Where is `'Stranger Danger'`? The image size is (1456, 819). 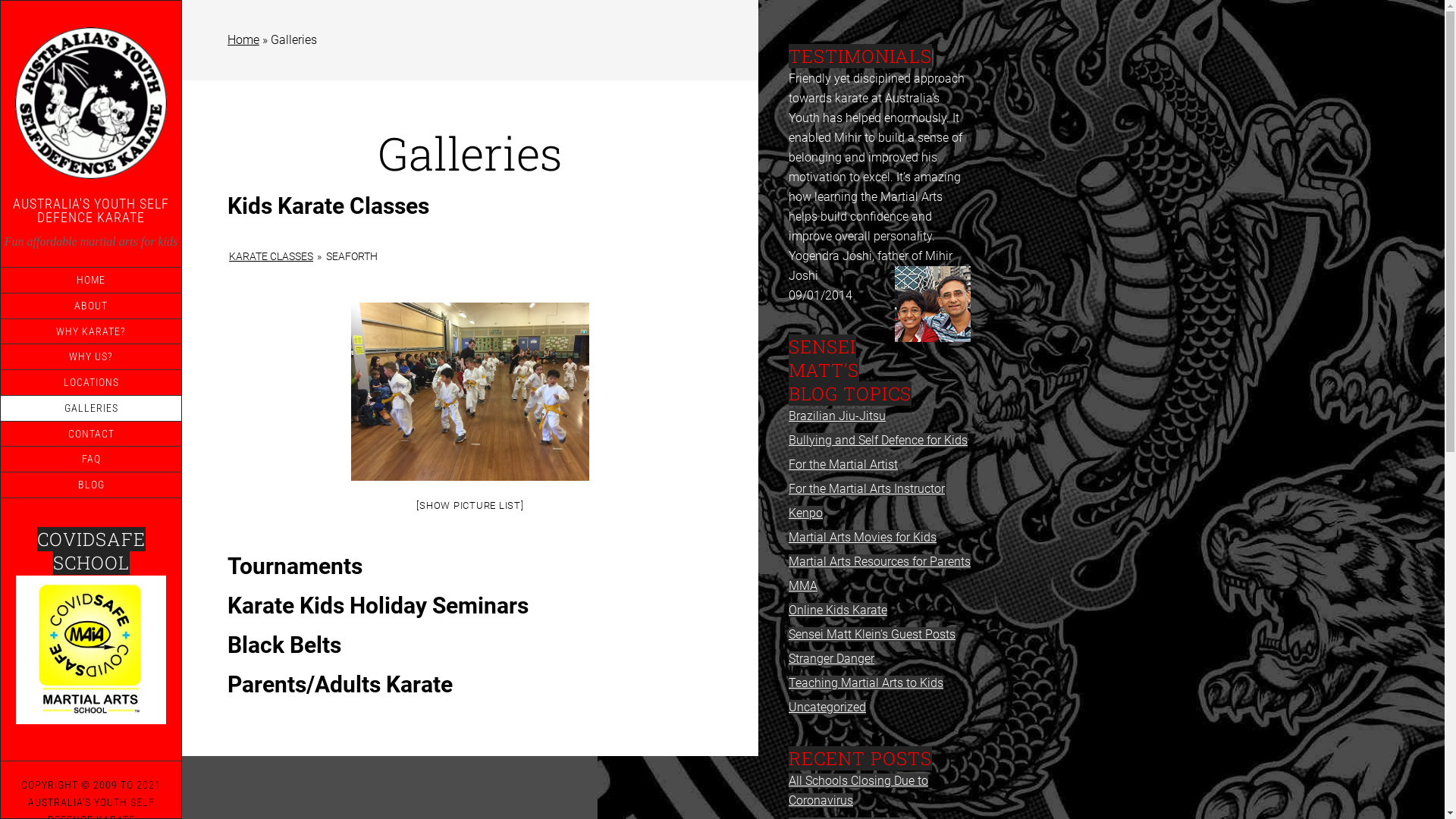 'Stranger Danger' is located at coordinates (830, 657).